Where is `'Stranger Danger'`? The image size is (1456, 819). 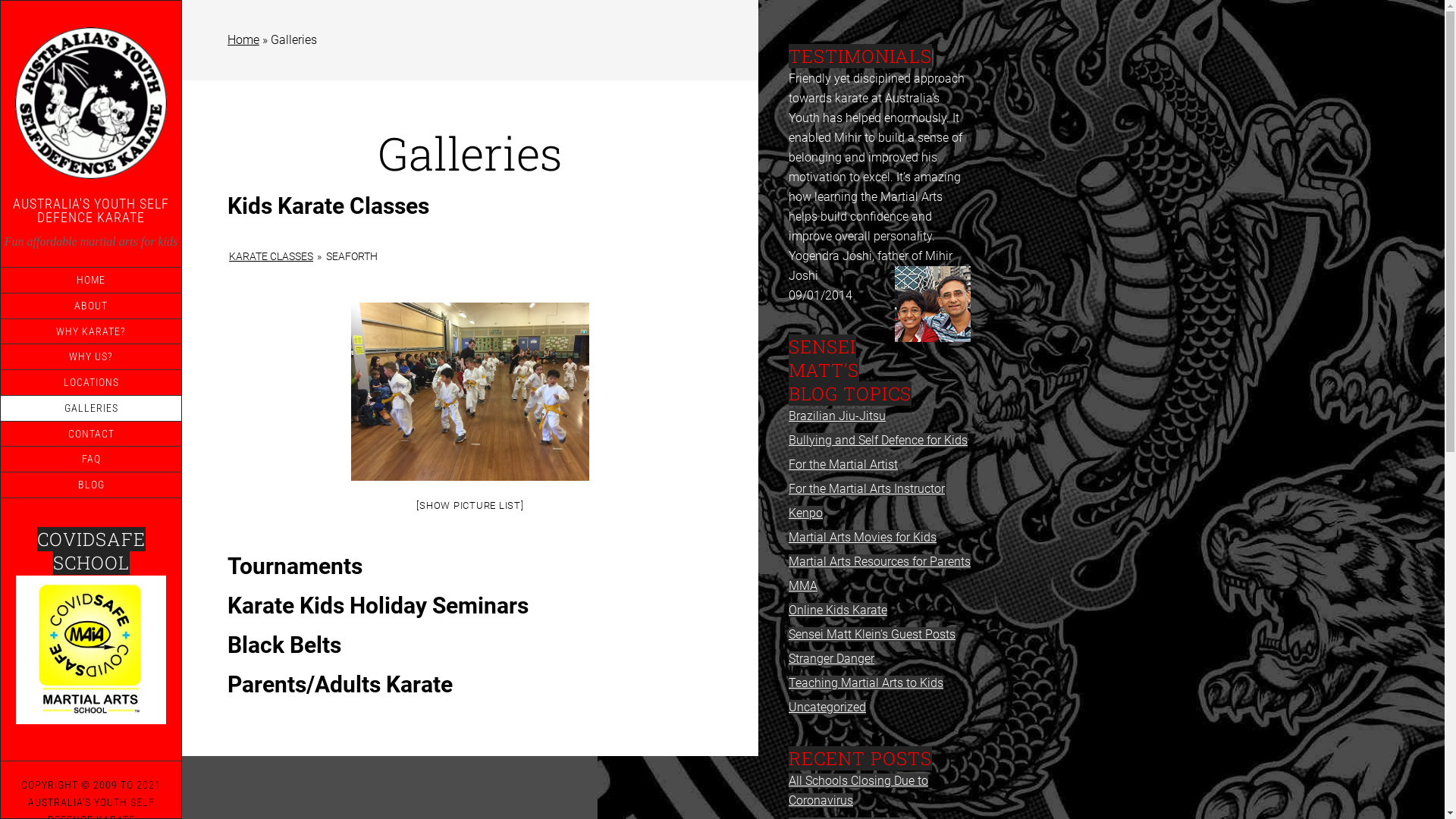 'Stranger Danger' is located at coordinates (830, 657).